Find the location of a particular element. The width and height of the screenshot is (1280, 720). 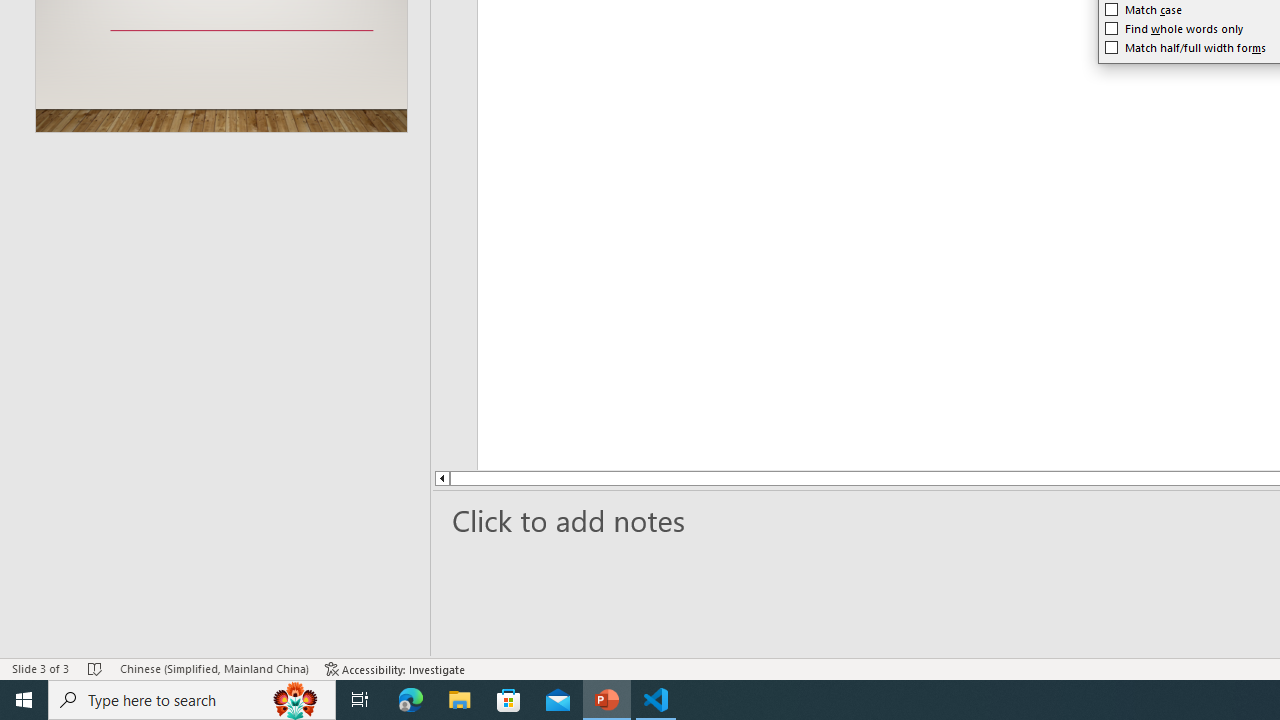

'Type here to search' is located at coordinates (192, 698).